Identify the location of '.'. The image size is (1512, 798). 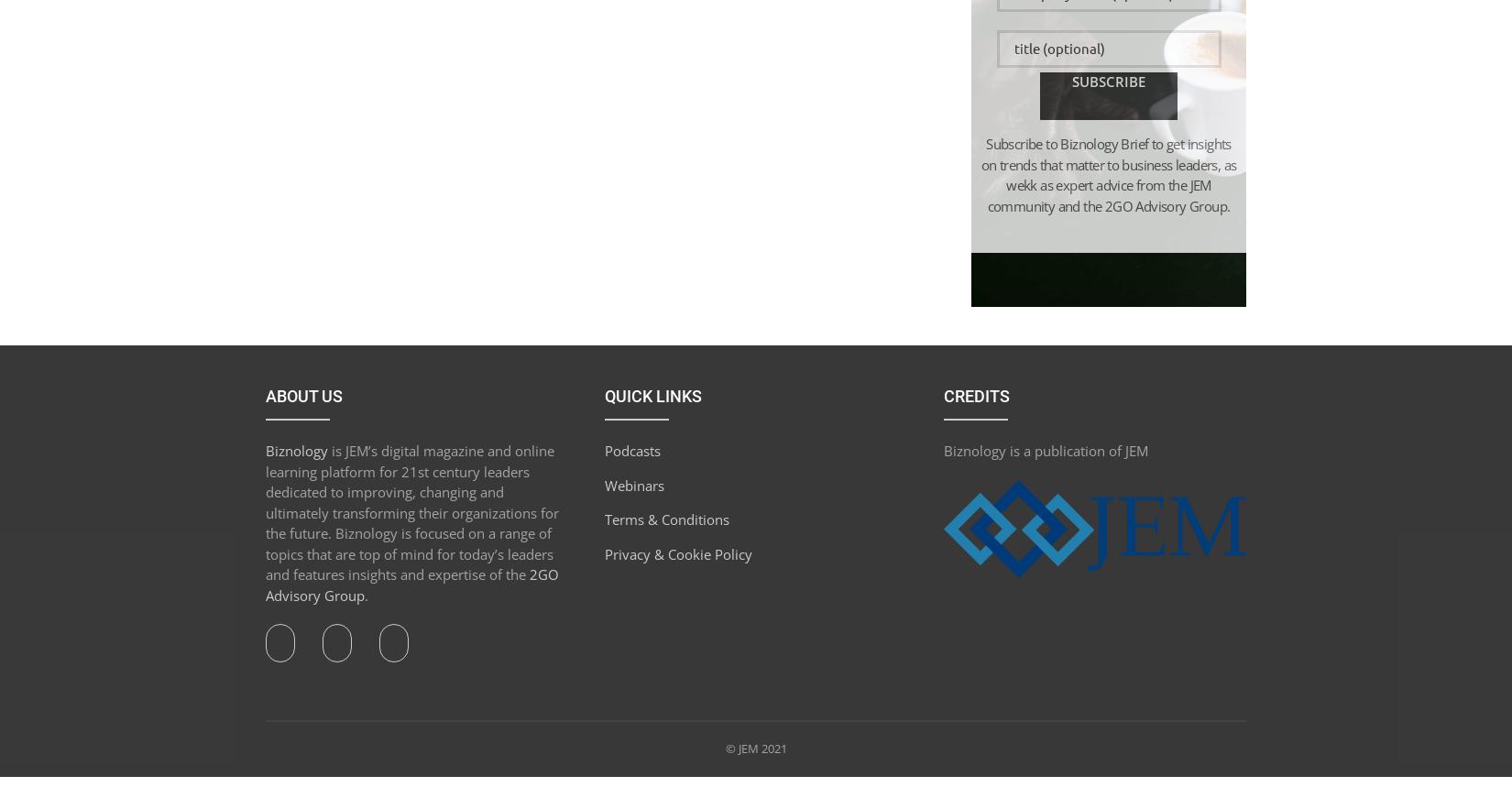
(366, 593).